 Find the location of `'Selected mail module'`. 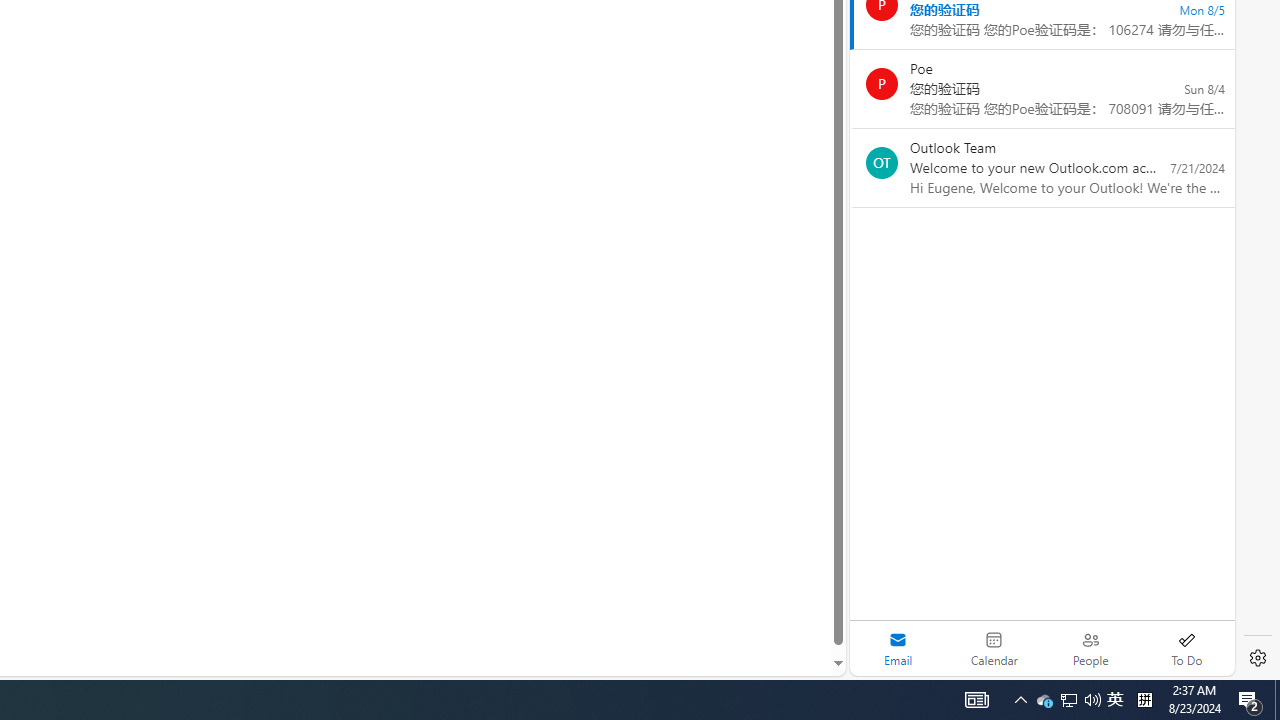

'Selected mail module' is located at coordinates (897, 648).